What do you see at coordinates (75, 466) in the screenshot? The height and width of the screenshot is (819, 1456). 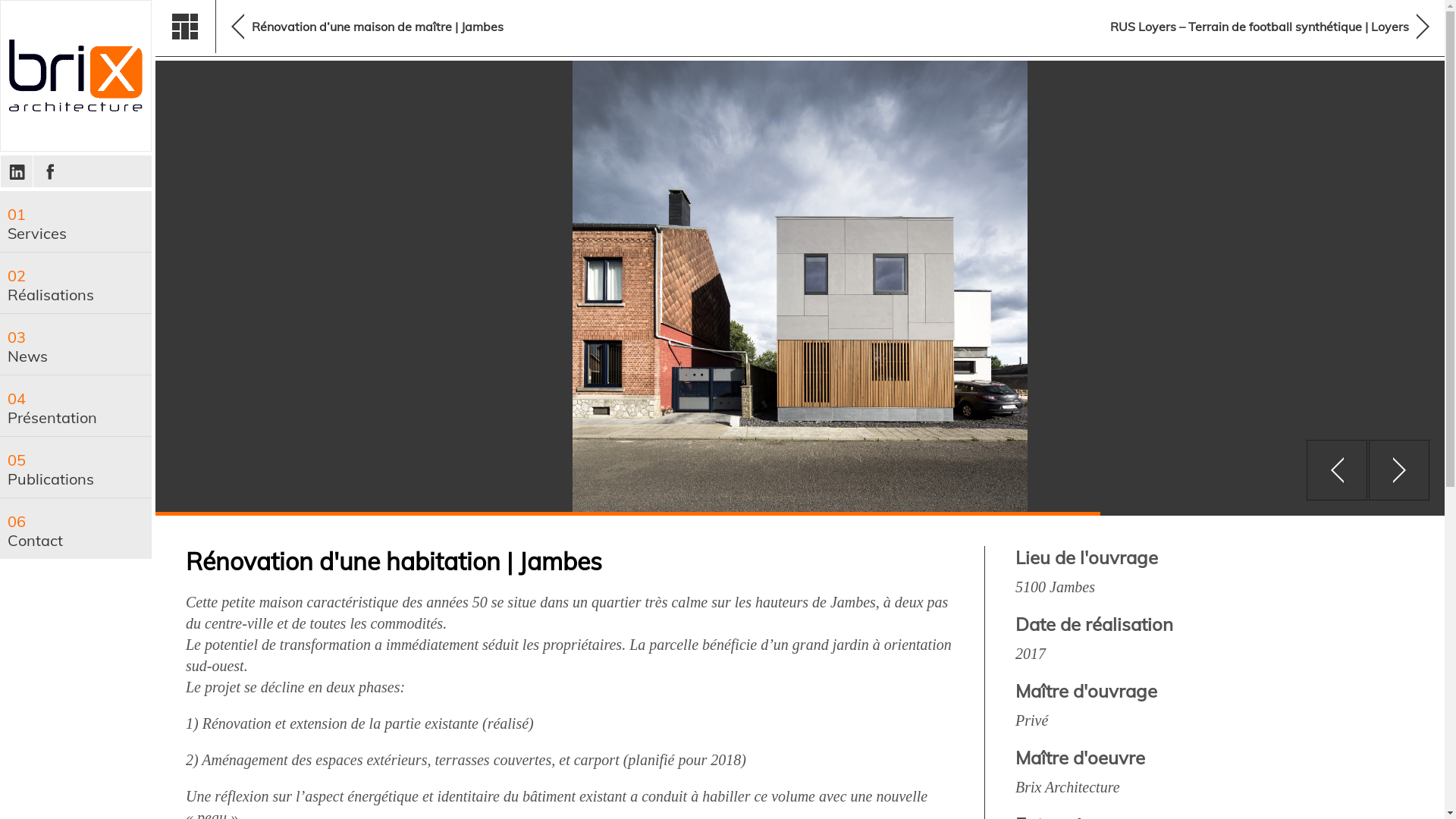 I see `'05` at bounding box center [75, 466].